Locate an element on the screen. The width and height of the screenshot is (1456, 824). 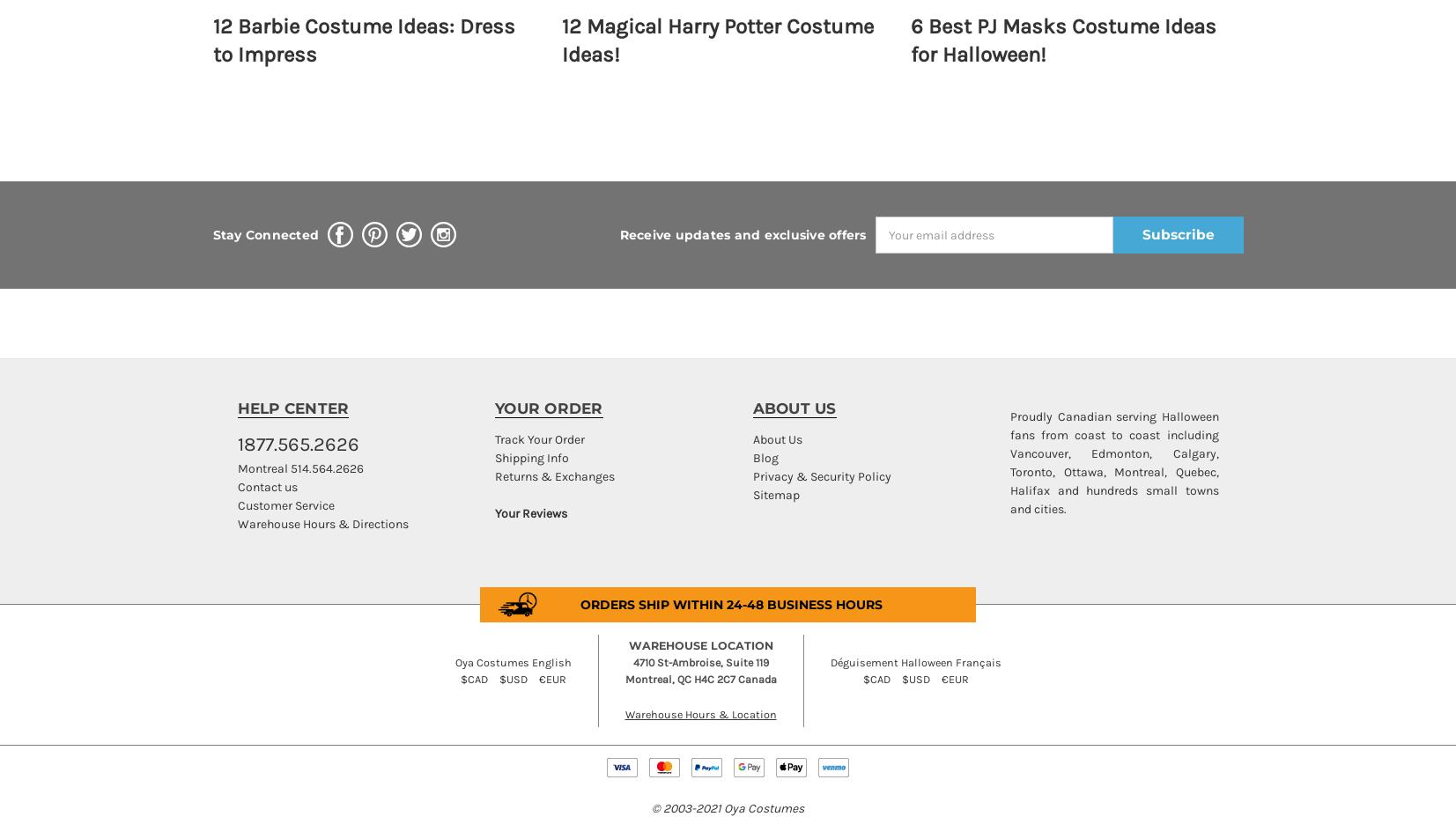
'Receive updates and exclusive offers' is located at coordinates (743, 233).